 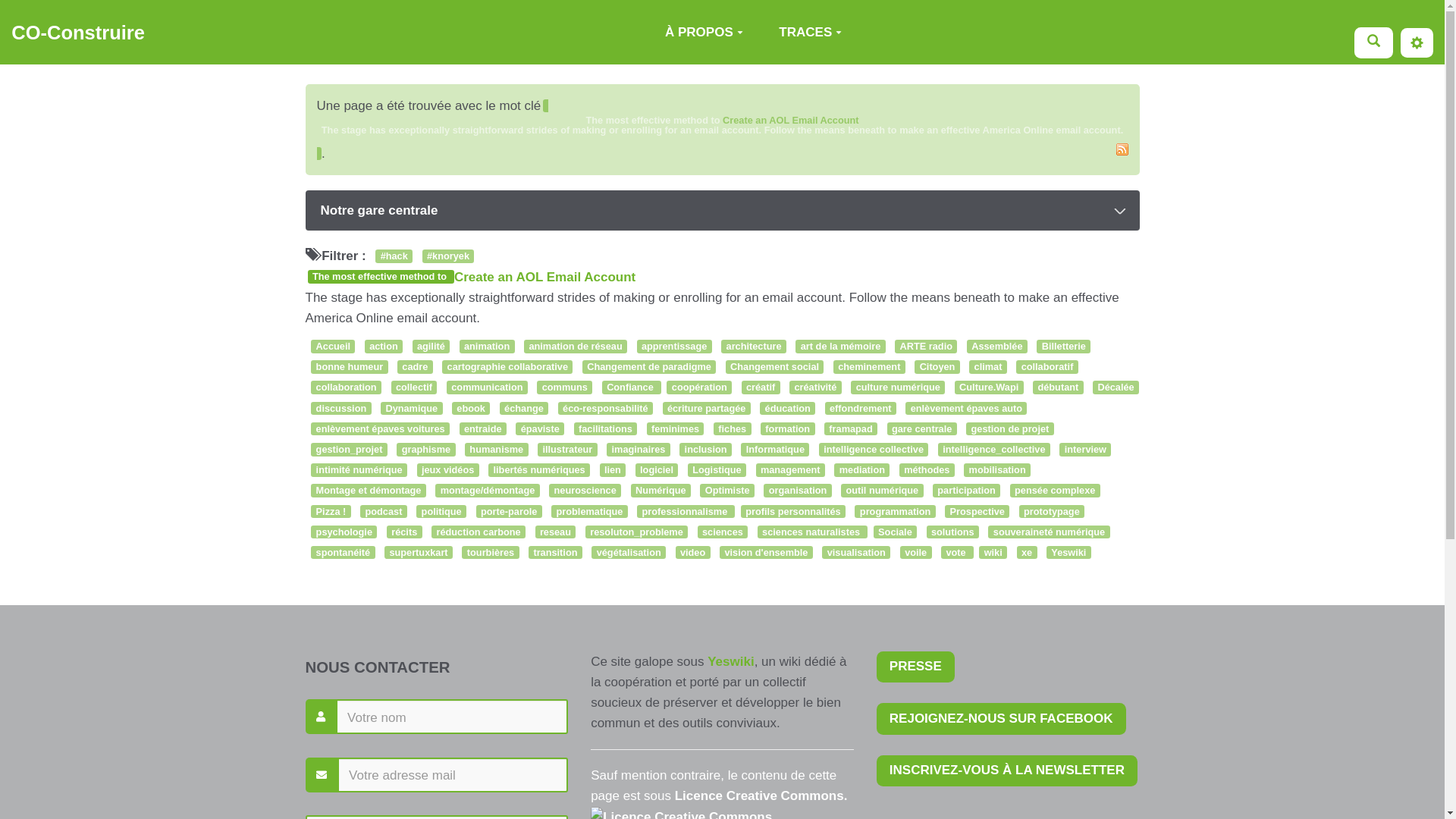 I want to click on 'bonne humeur', so click(x=348, y=366).